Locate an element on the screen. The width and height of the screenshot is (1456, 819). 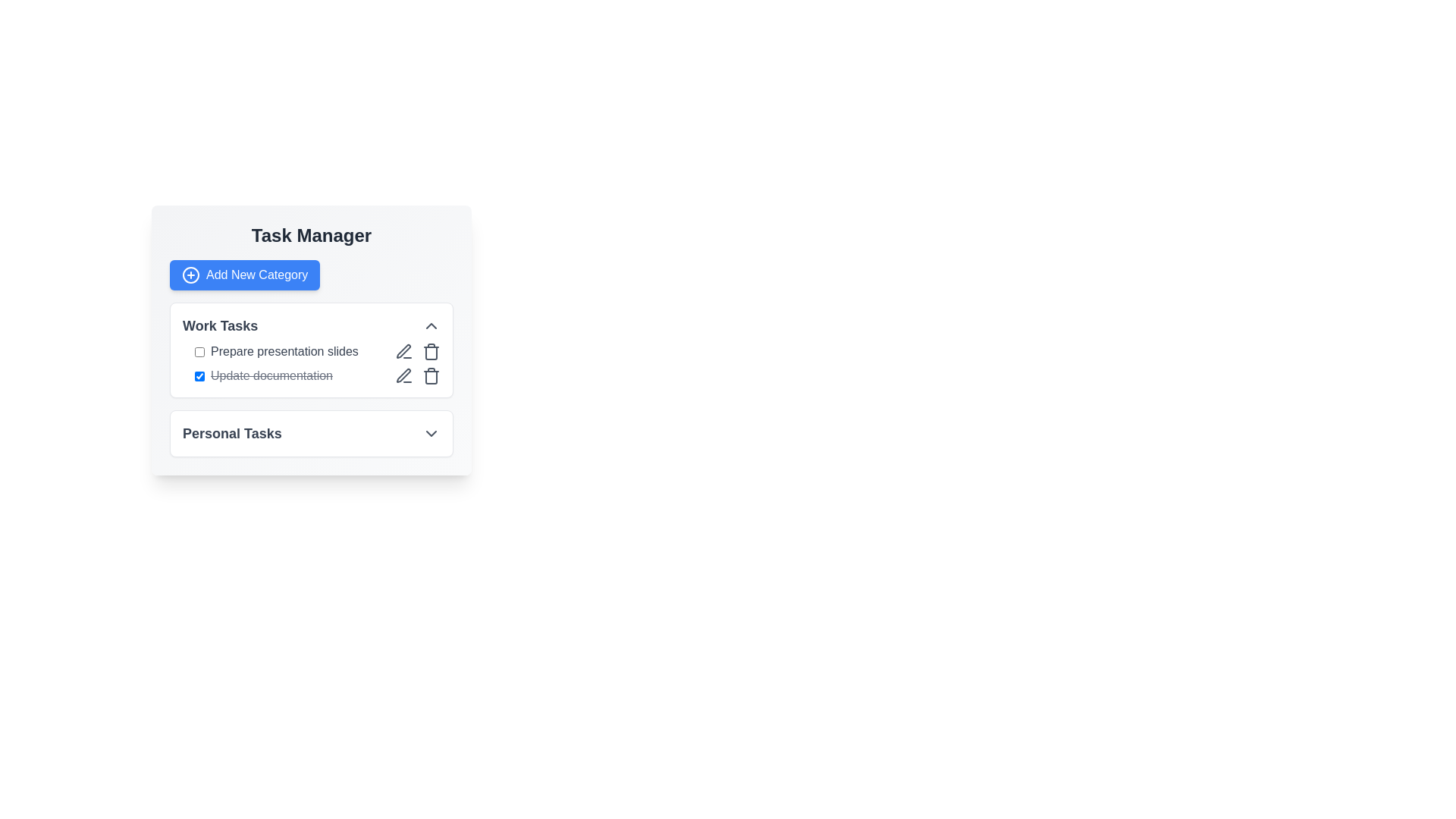
the trash icon within the delete button for the second task in the 'Work Tasks' list of the 'Task Manager' interface, which is located to the right of the task named 'Update documentation' is located at coordinates (431, 376).